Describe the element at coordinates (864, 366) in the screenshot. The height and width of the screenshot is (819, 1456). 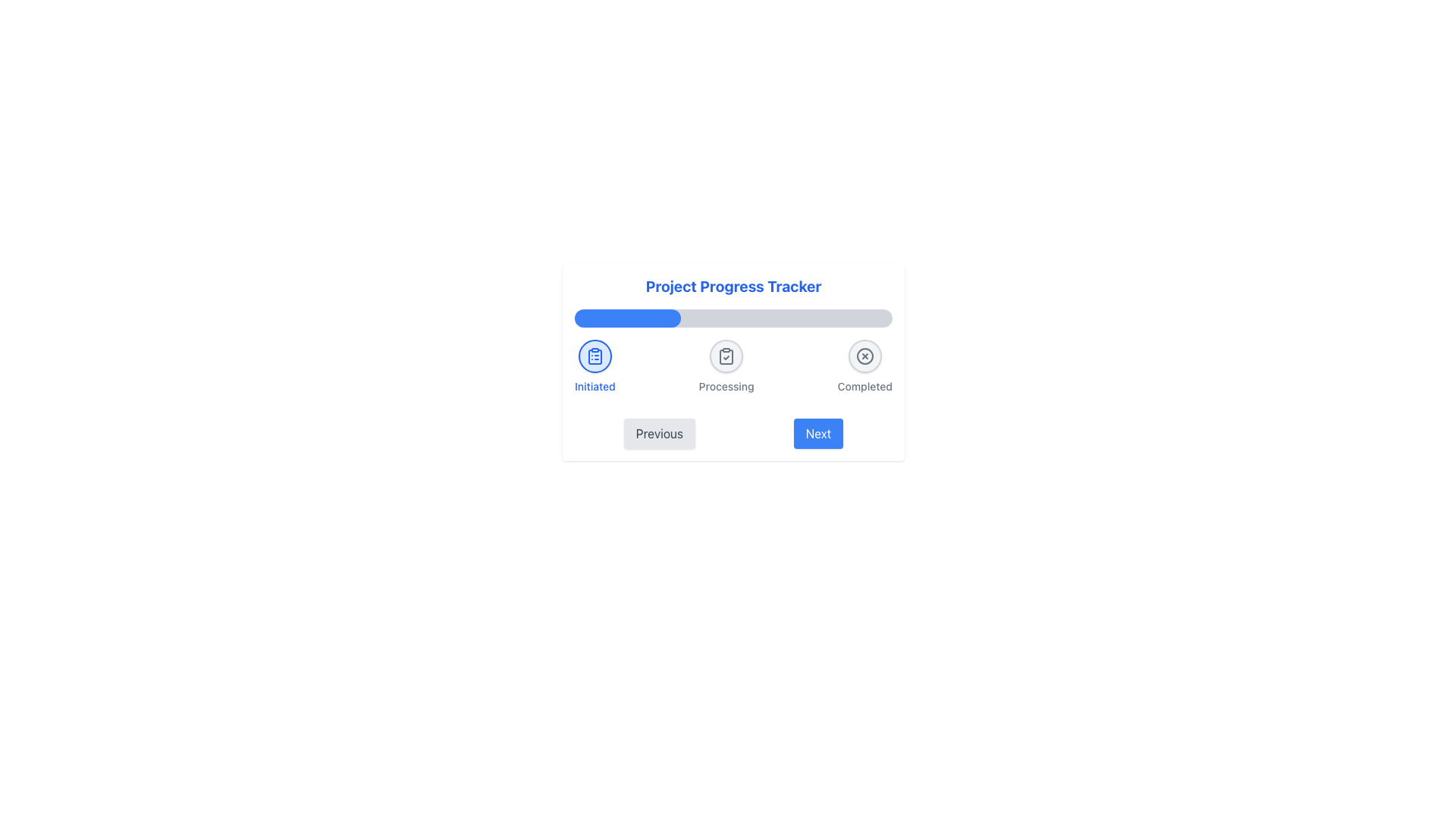
I see `the 'Completed' status indicator in the project's progress tracker, which is the third element in a group of progress indicators labeled 'Initiated', 'Processing', and 'Completed'` at that location.